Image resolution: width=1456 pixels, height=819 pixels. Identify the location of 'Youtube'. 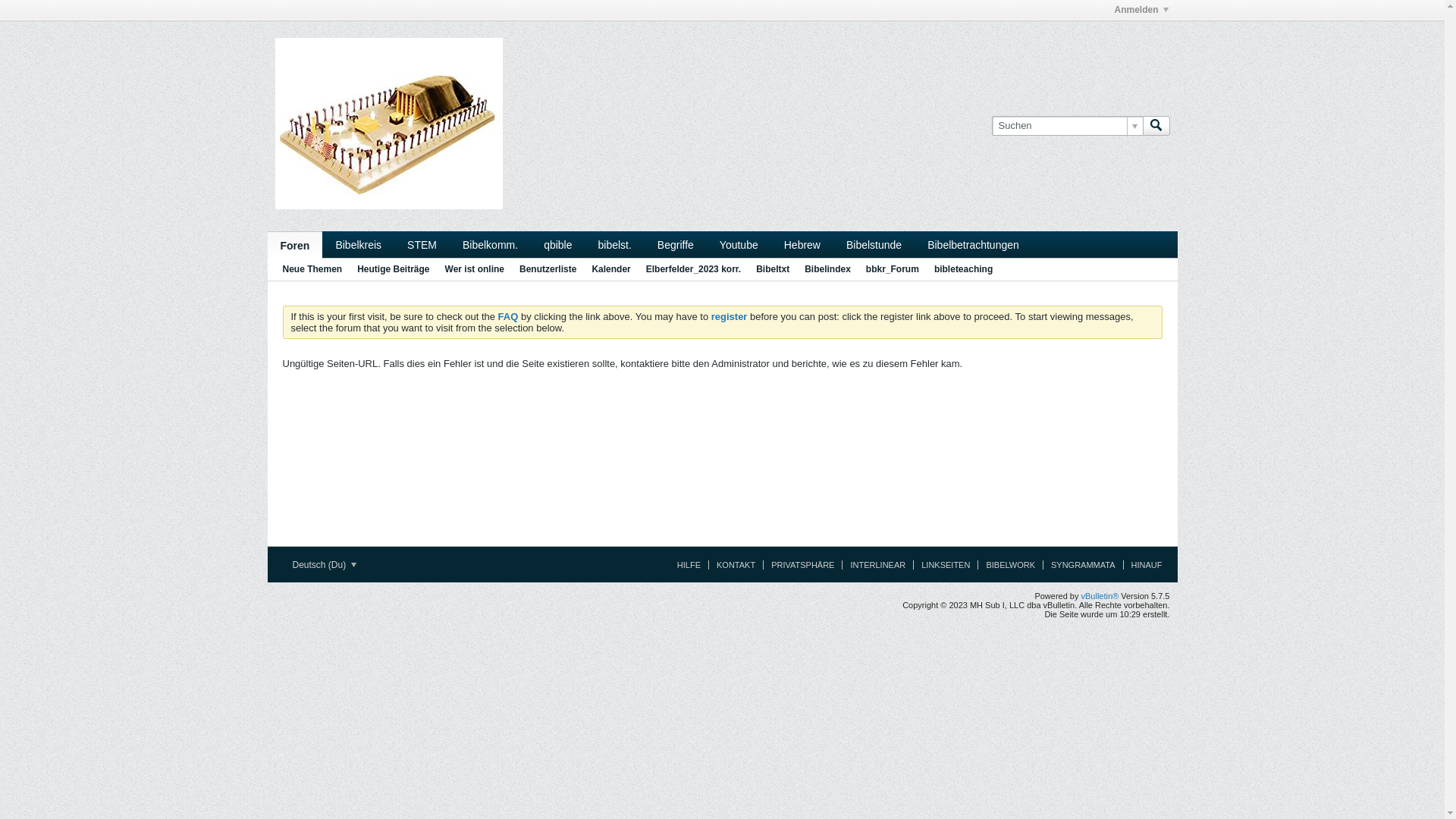
(739, 243).